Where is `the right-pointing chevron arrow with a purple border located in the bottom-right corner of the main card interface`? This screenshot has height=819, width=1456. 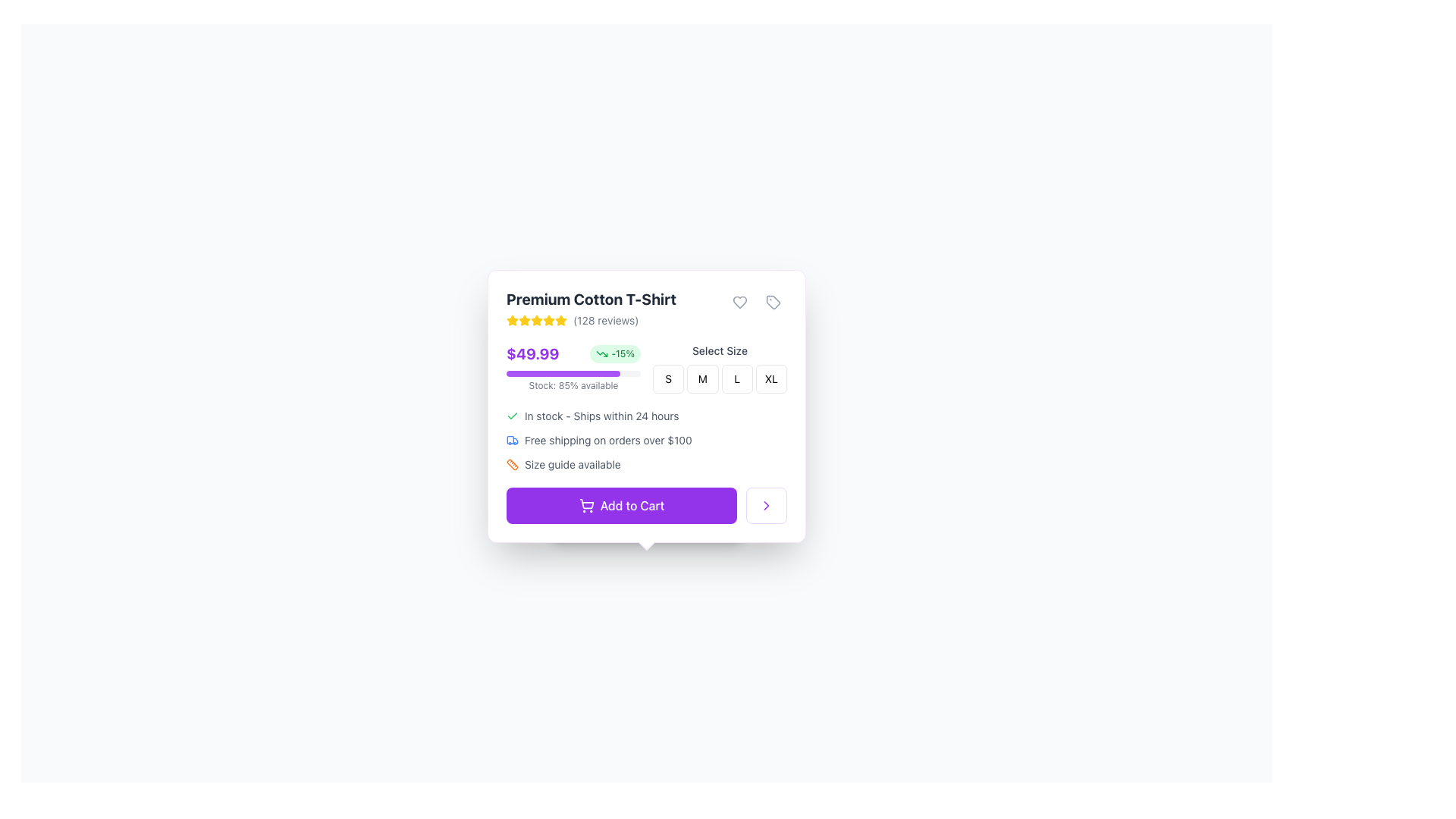
the right-pointing chevron arrow with a purple border located in the bottom-right corner of the main card interface is located at coordinates (767, 506).